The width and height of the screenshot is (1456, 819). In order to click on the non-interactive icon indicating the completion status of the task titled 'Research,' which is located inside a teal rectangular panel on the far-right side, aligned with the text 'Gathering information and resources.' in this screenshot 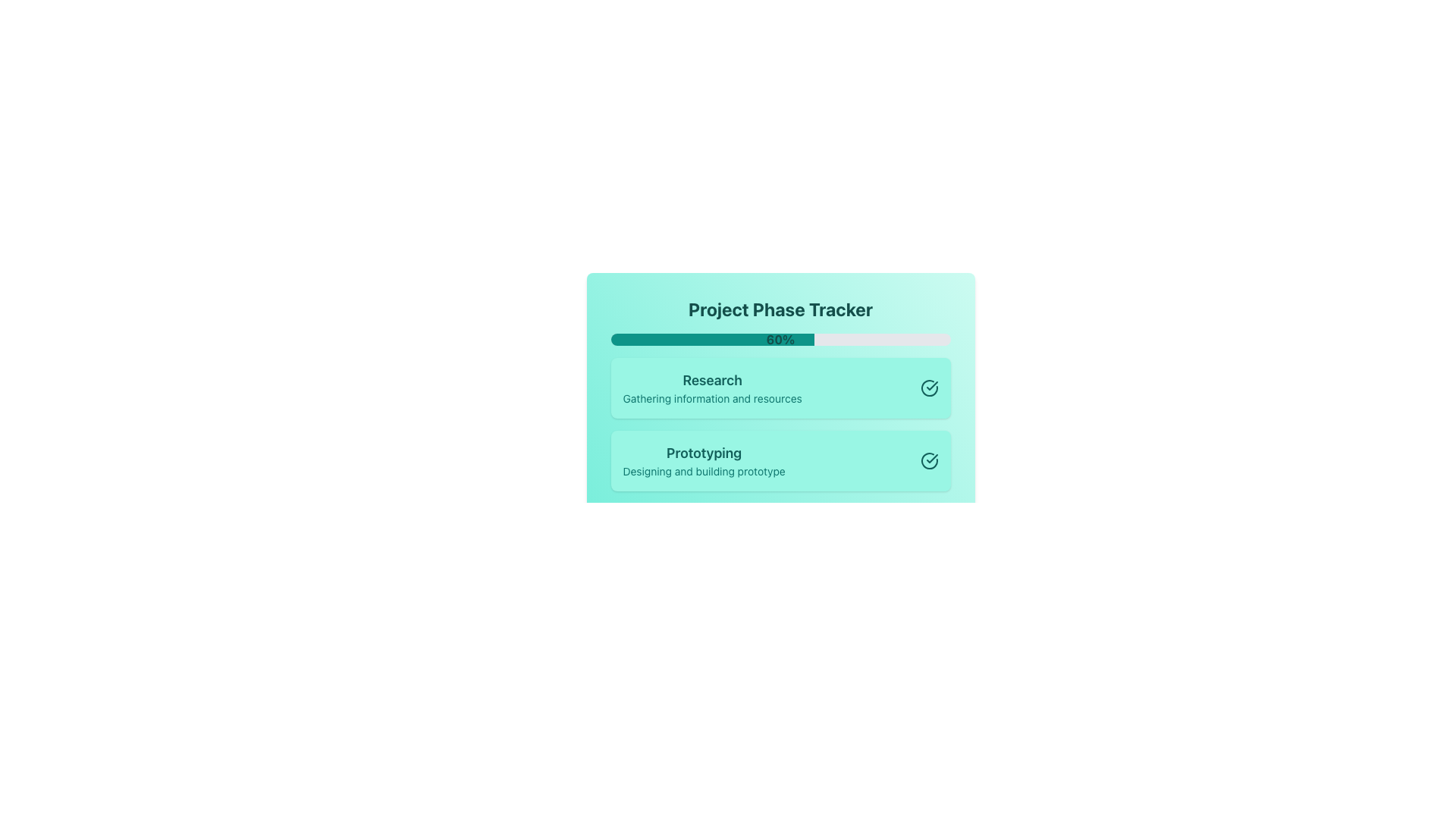, I will do `click(930, 385)`.